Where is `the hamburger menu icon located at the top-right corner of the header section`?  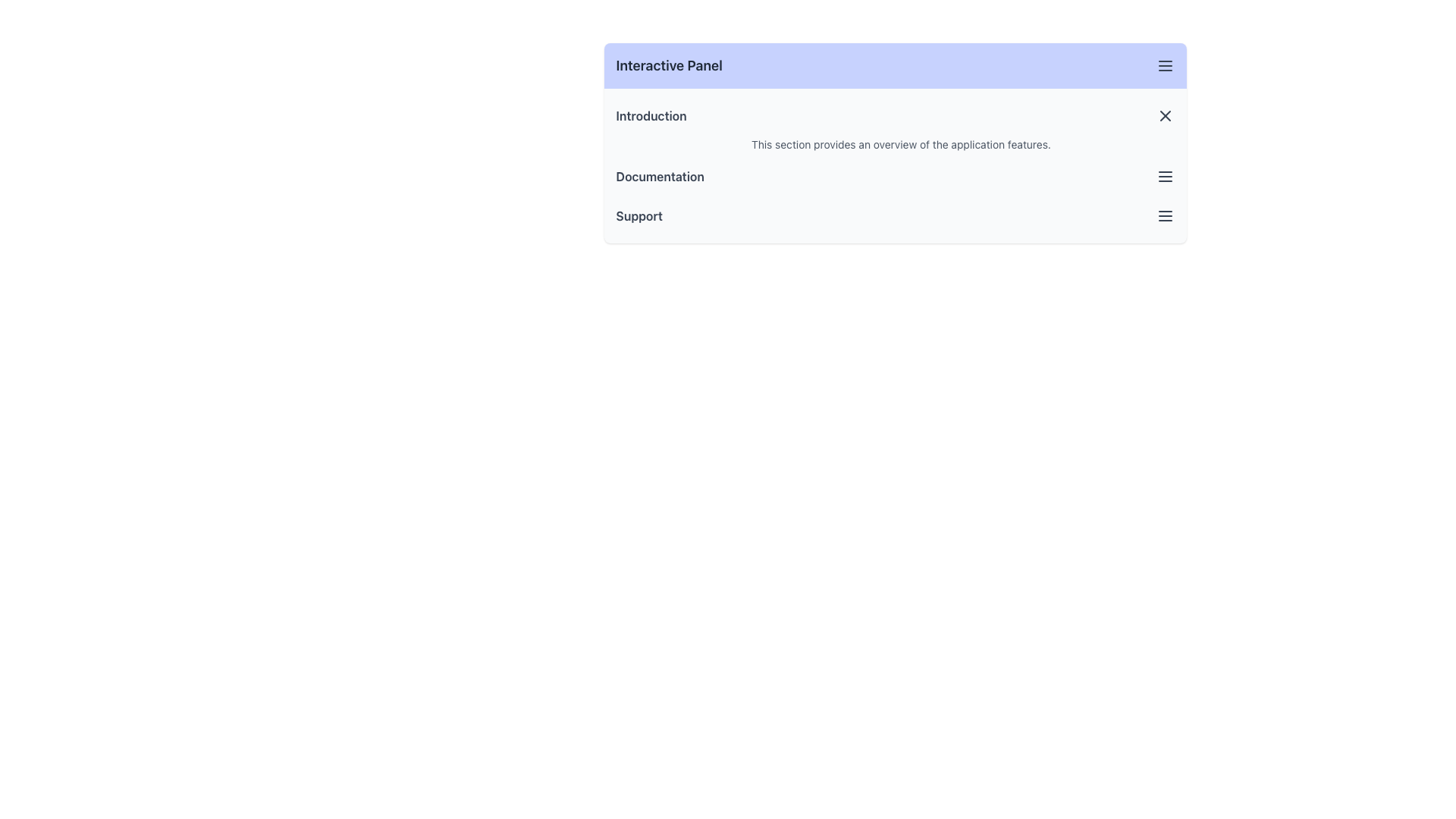 the hamburger menu icon located at the top-right corner of the header section is located at coordinates (1164, 65).